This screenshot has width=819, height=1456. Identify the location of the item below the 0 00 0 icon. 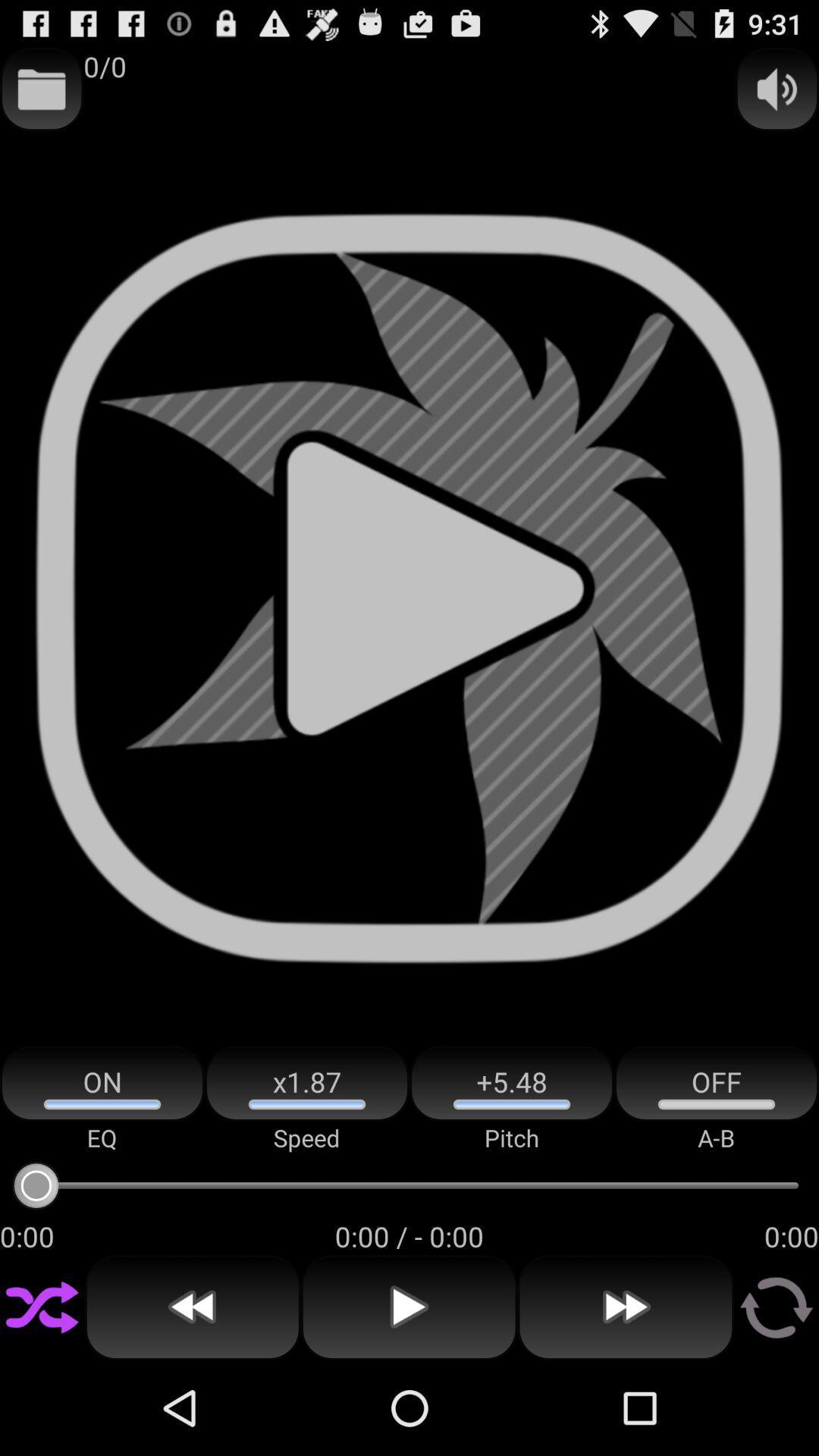
(192, 1307).